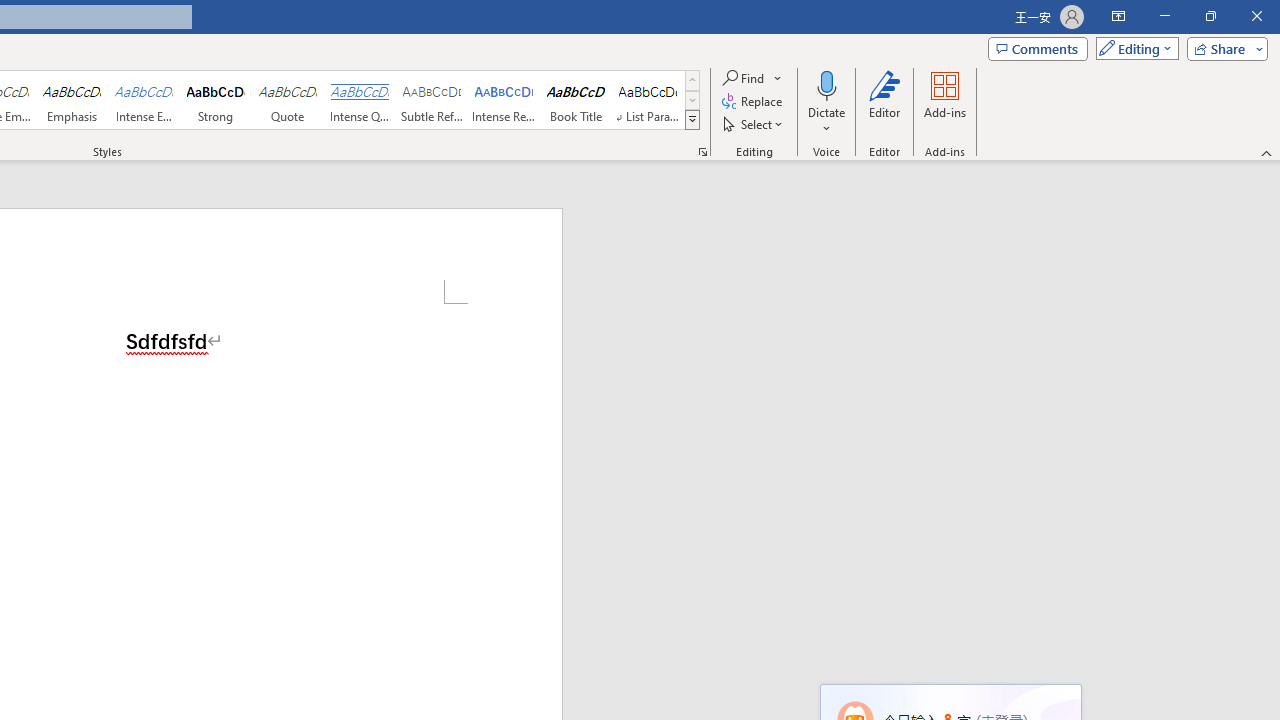 The width and height of the screenshot is (1280, 720). What do you see at coordinates (359, 100) in the screenshot?
I see `'Intense Quote'` at bounding box center [359, 100].